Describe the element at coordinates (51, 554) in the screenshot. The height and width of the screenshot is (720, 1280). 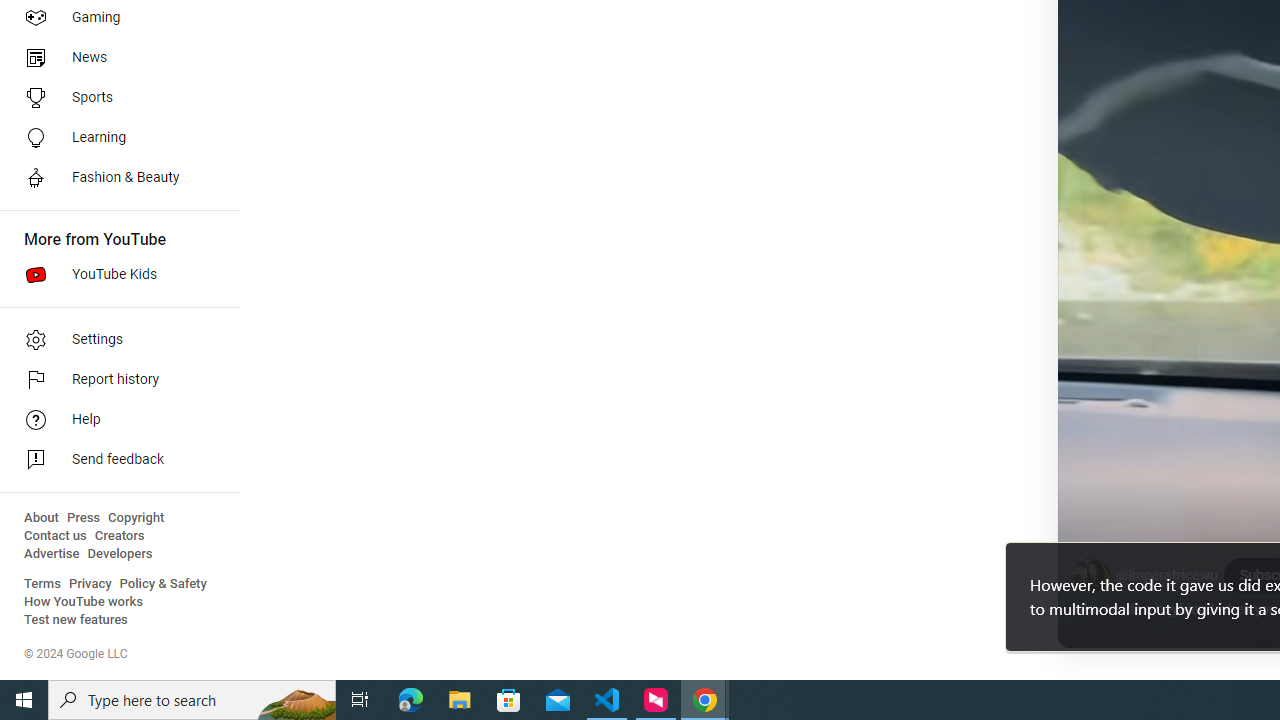
I see `'Advertise'` at that location.